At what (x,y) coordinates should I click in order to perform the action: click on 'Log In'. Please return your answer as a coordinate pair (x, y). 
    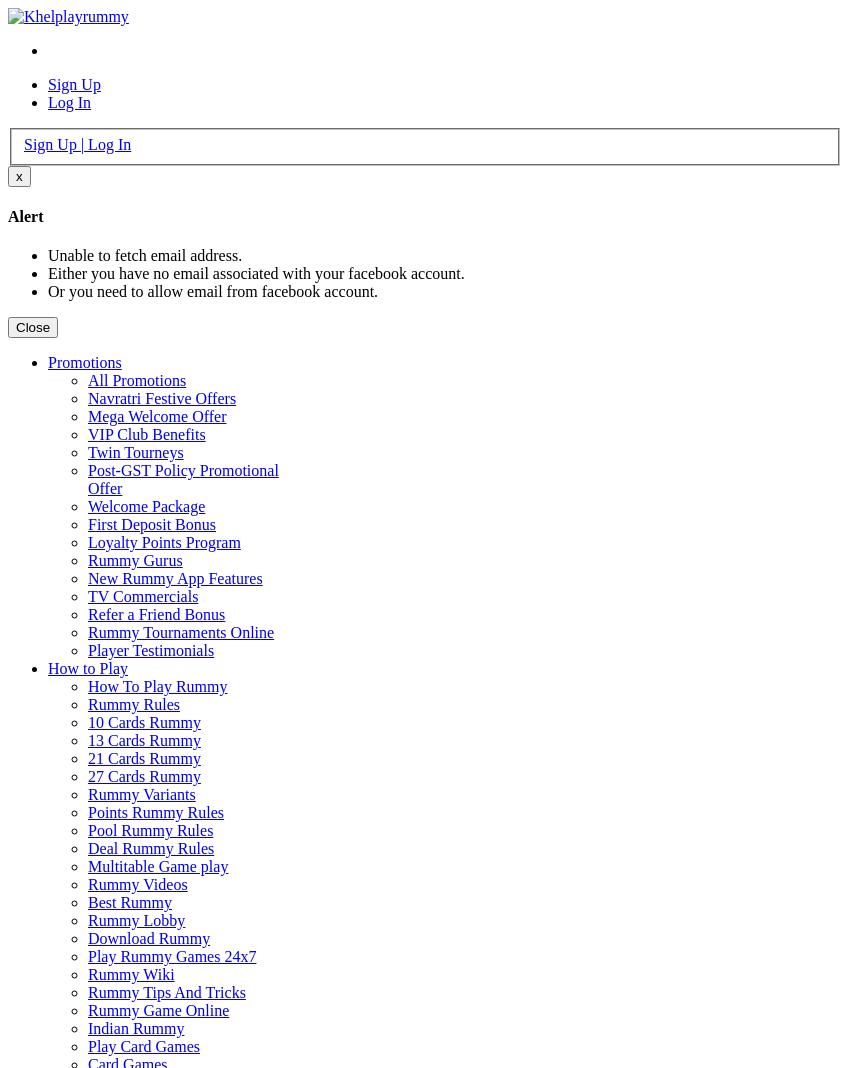
    Looking at the image, I should click on (69, 101).